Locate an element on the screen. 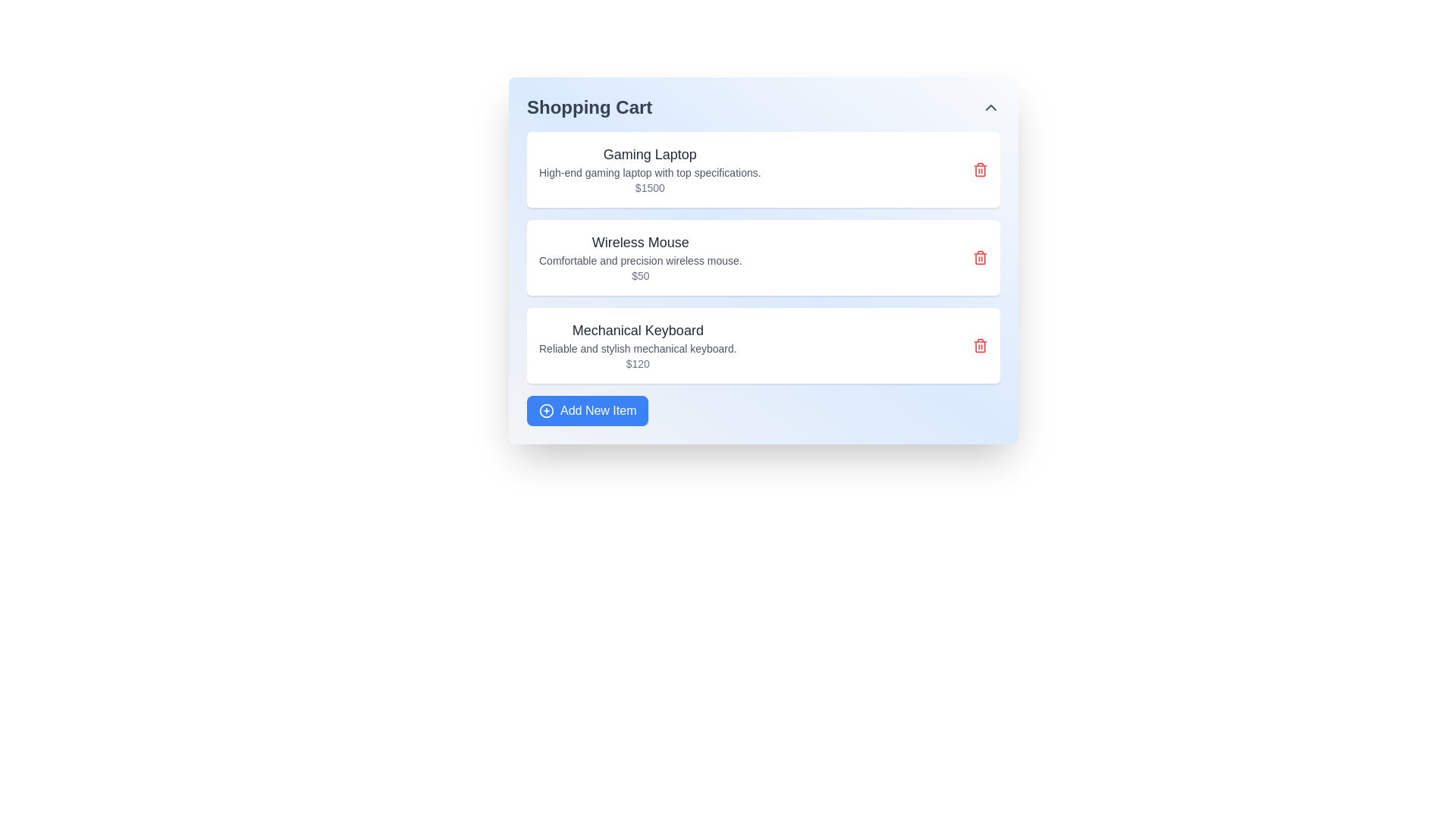 This screenshot has width=1456, height=819. the button in the top-right corner of the 'Shopping Cart' section is located at coordinates (990, 107).